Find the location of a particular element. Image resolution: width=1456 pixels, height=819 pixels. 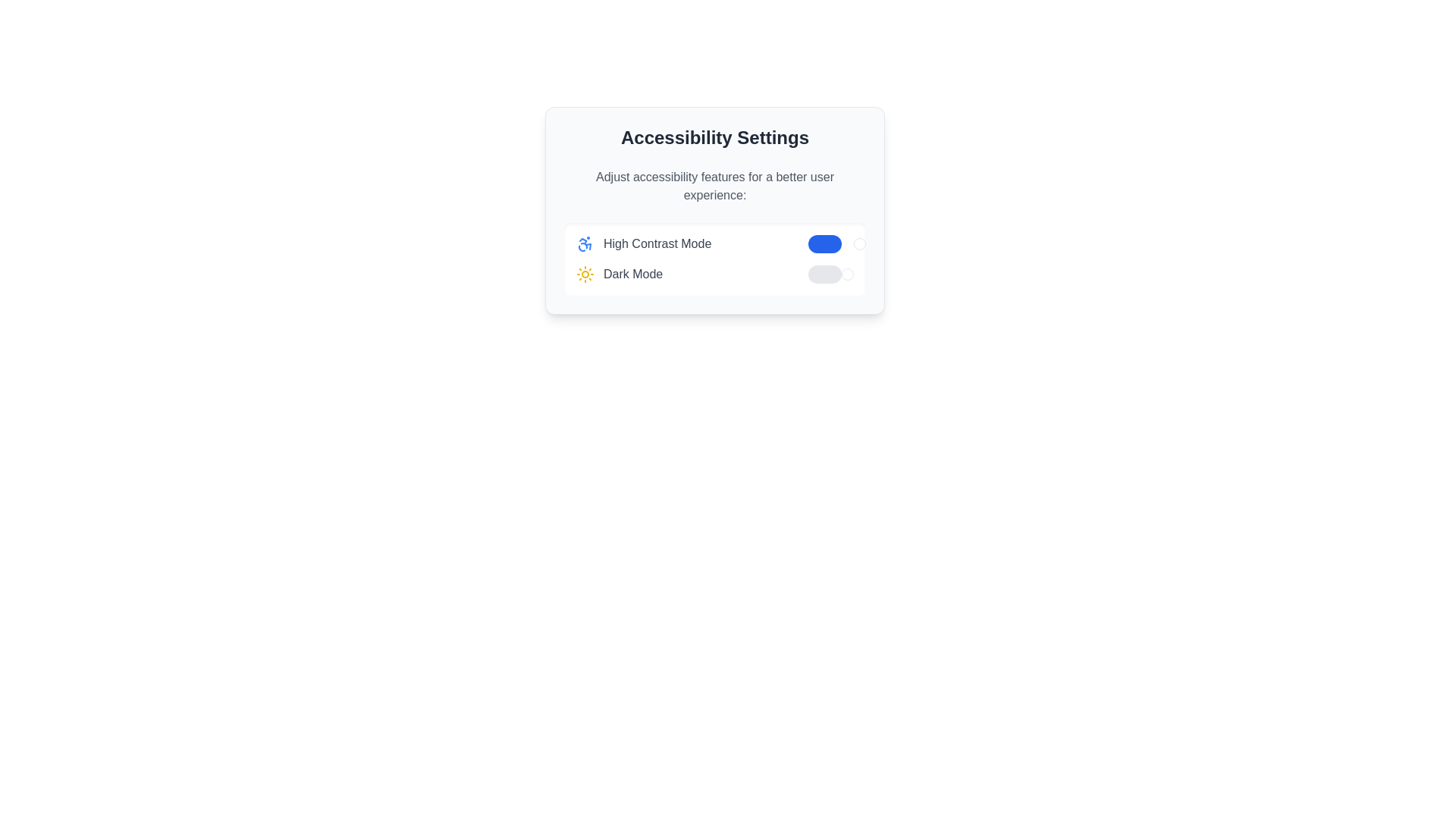

the 'High Contrast Mode' label and icon in the 'Accessibility Settings' section, which features a blue accessibility icon to the left of the label is located at coordinates (644, 243).